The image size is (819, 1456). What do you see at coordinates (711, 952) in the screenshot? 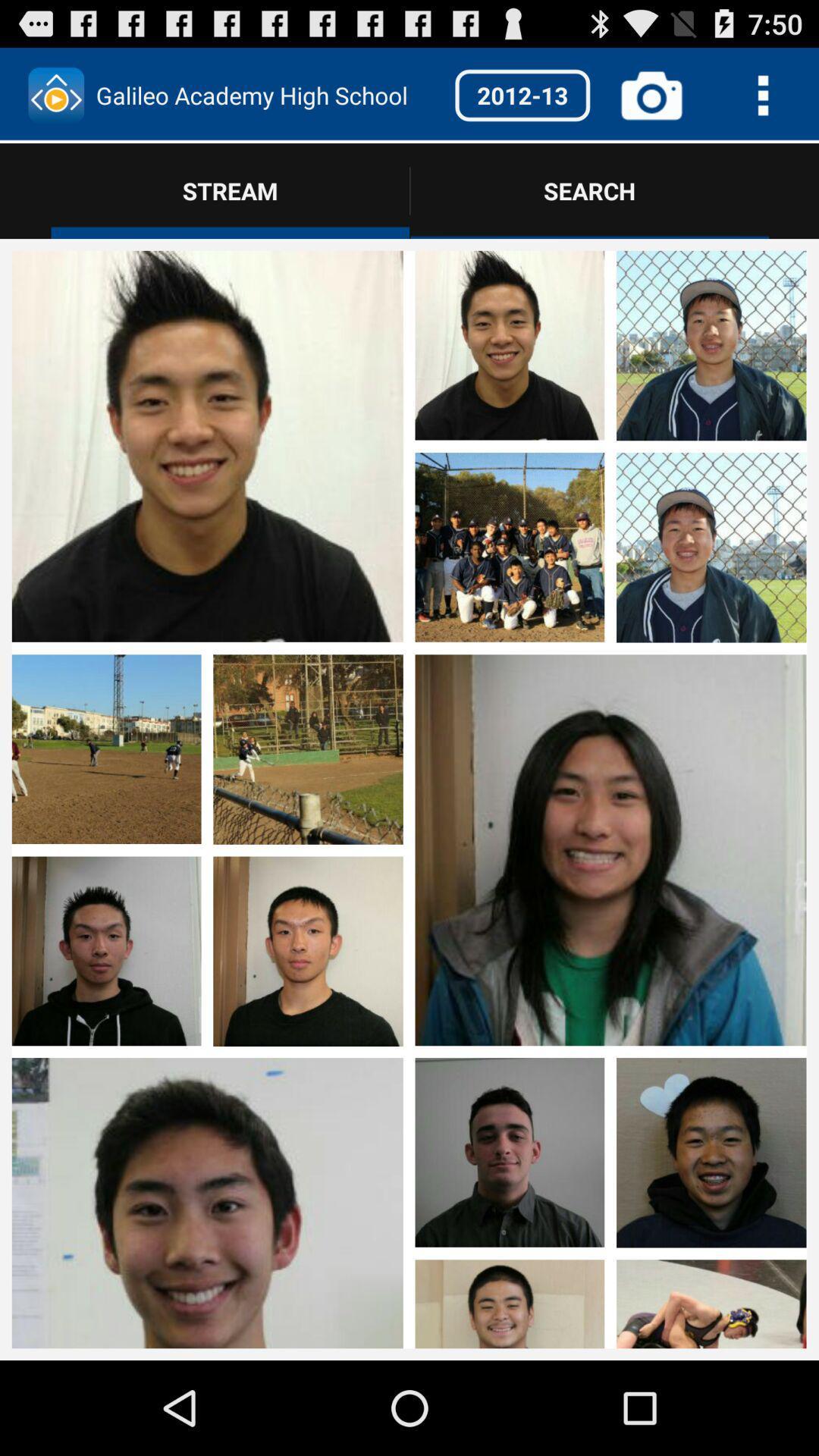
I see `share the photos` at bounding box center [711, 952].